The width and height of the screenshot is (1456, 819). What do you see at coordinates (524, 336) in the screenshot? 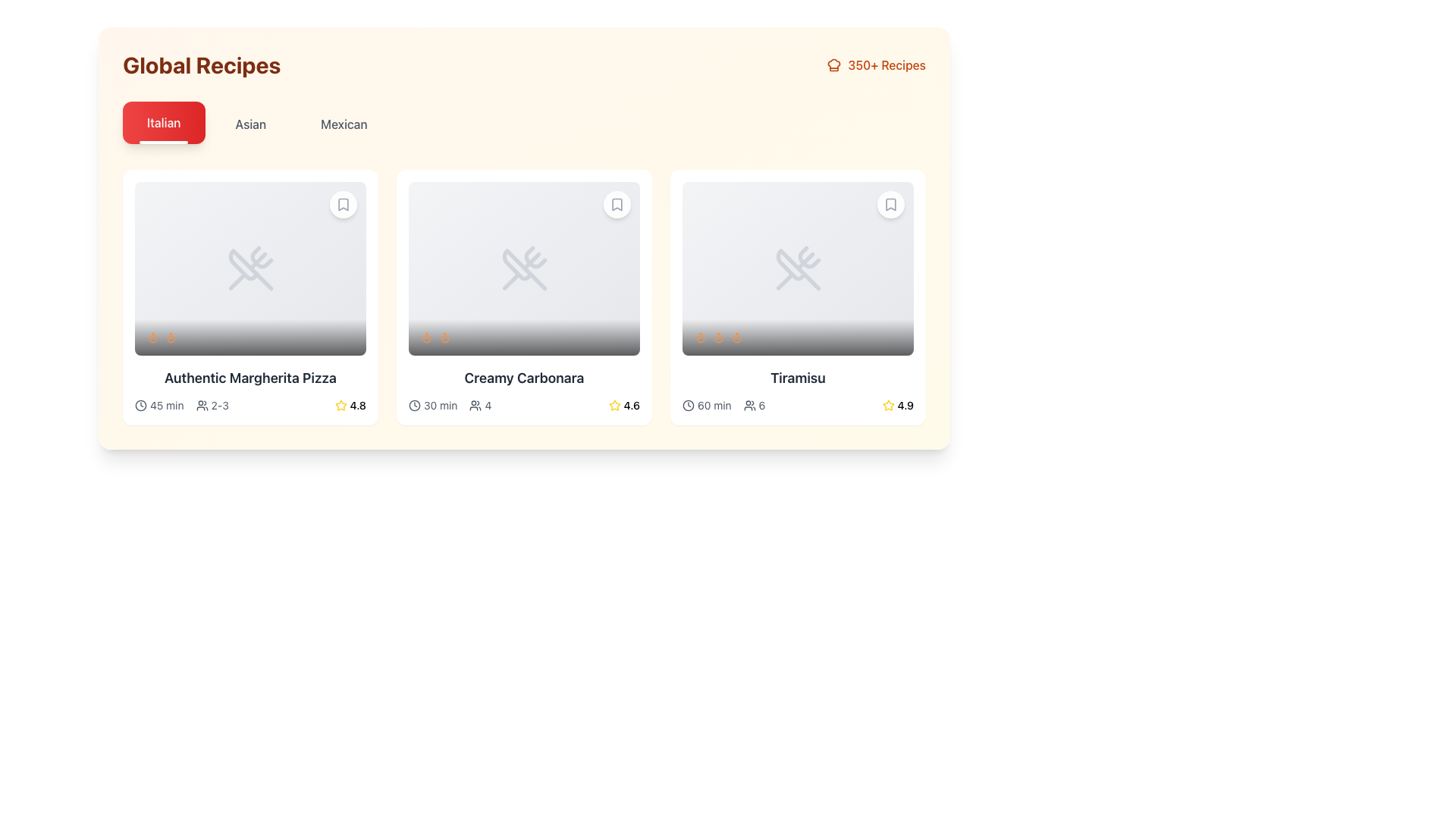
I see `the gradient background bar at the bottom of the 'Creamy Carbonara' recipe card, which transitions from black to transparent and spans the width of the card` at bounding box center [524, 336].